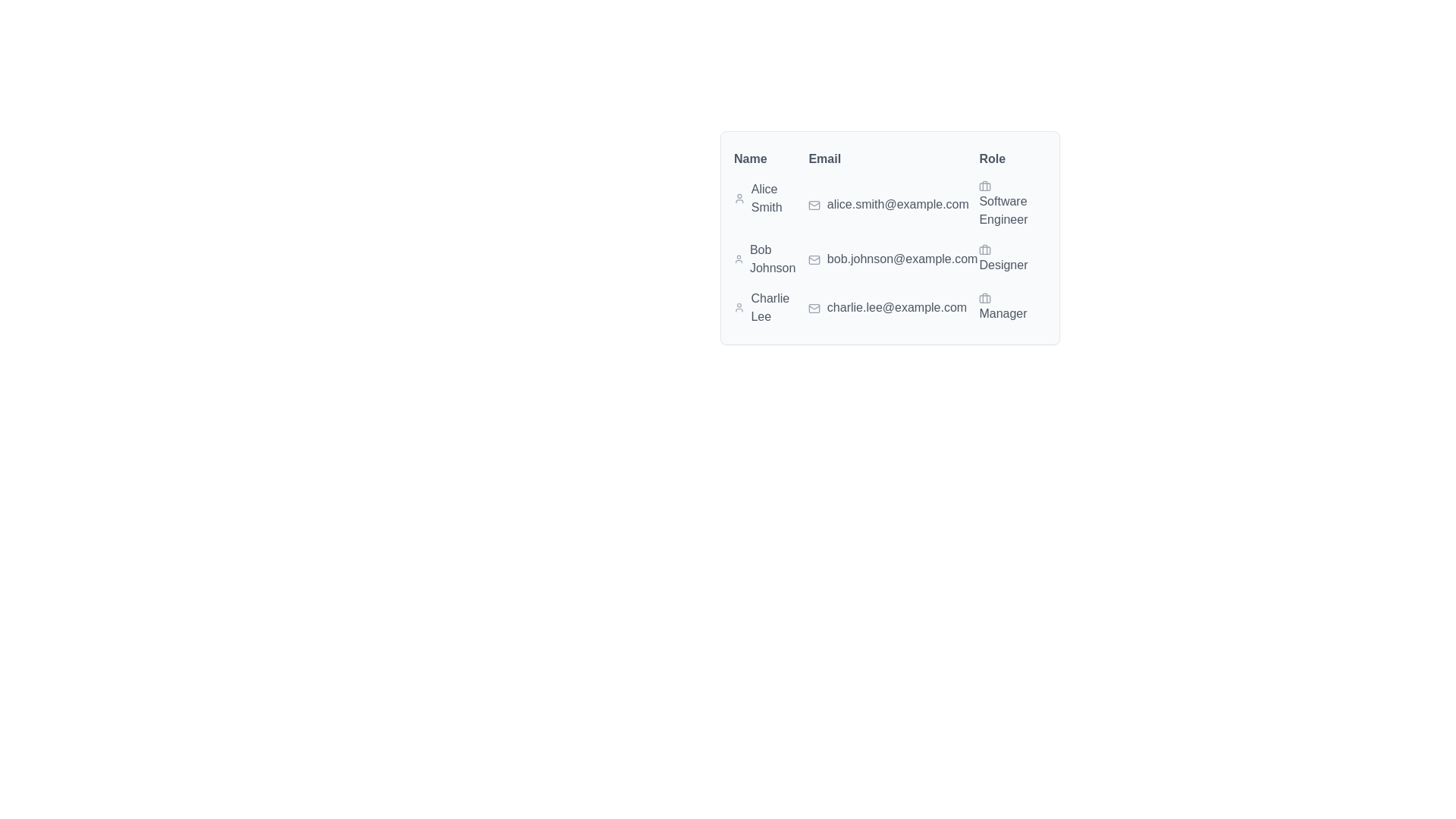  What do you see at coordinates (890, 253) in the screenshot?
I see `the email display 'bob.johnson@example.com' located` at bounding box center [890, 253].